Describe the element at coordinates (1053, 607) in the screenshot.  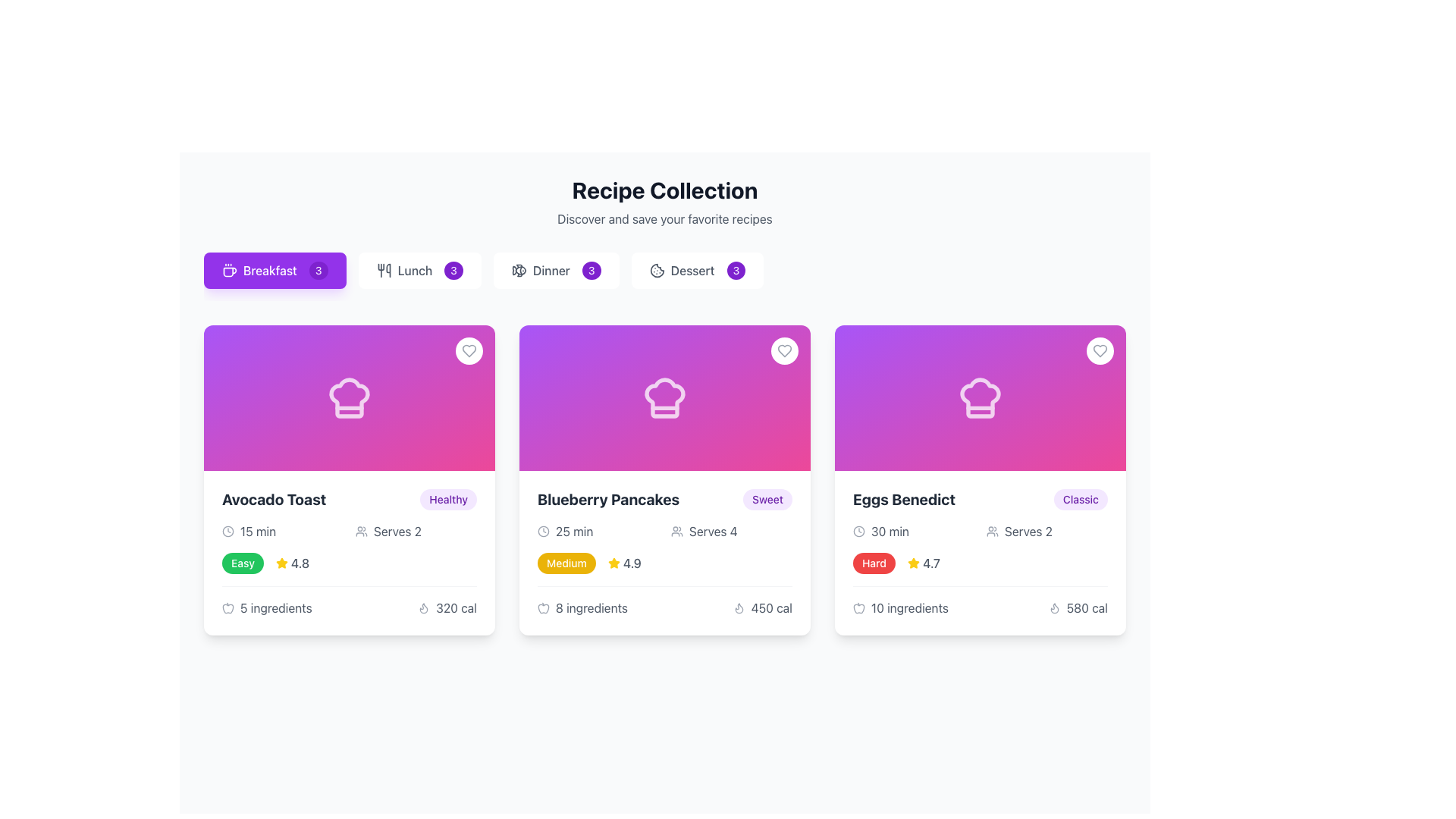
I see `the calories icon located to the left of the text '580 cal' in the nutritional information section of the 'Eggs Benedict' card` at that location.